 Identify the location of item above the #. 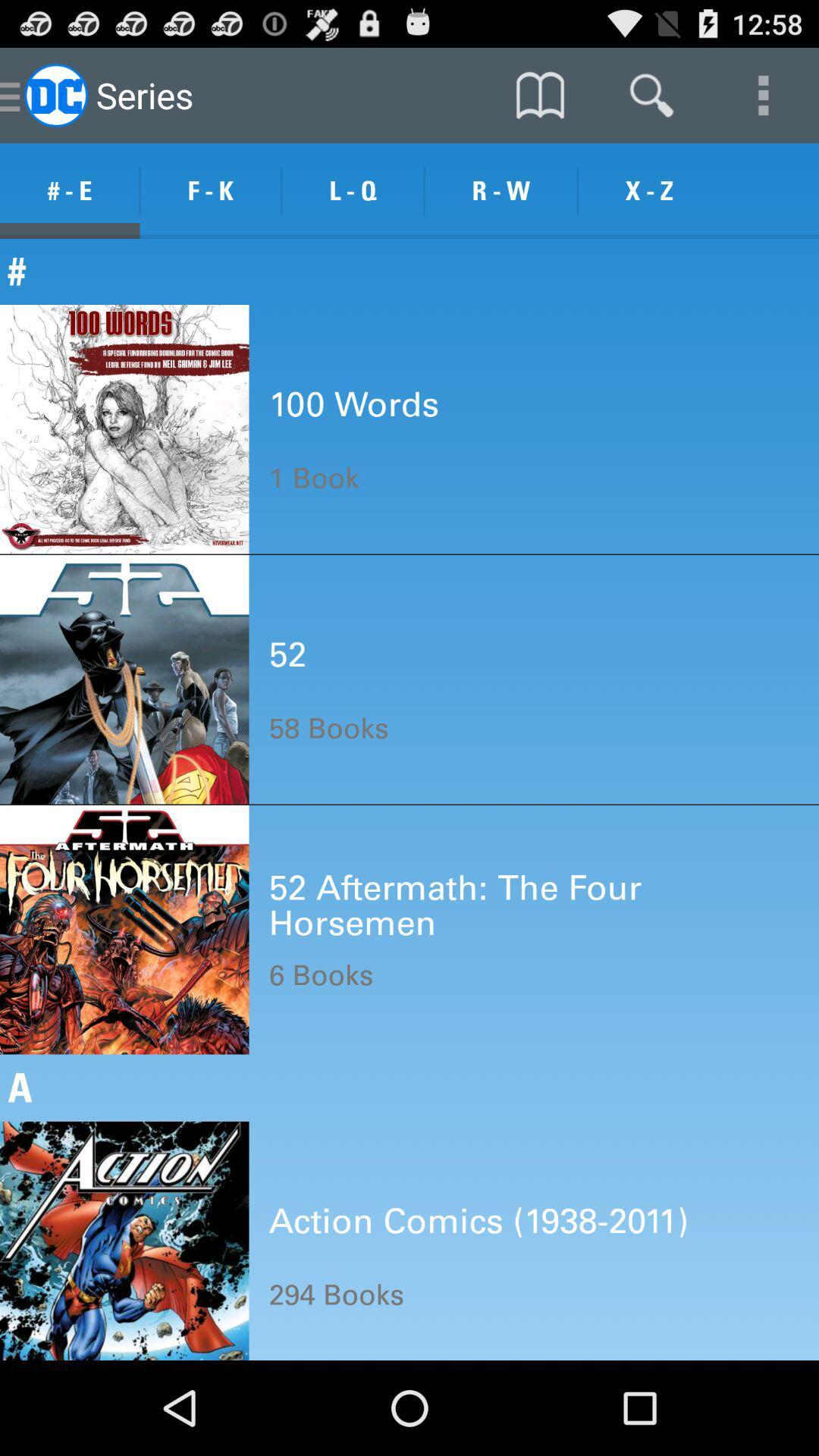
(500, 190).